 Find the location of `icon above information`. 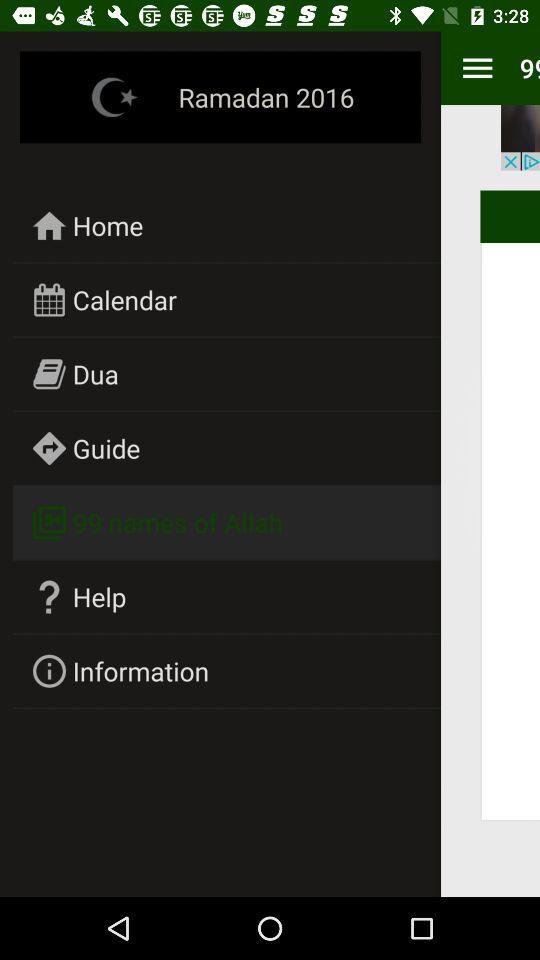

icon above information is located at coordinates (98, 596).